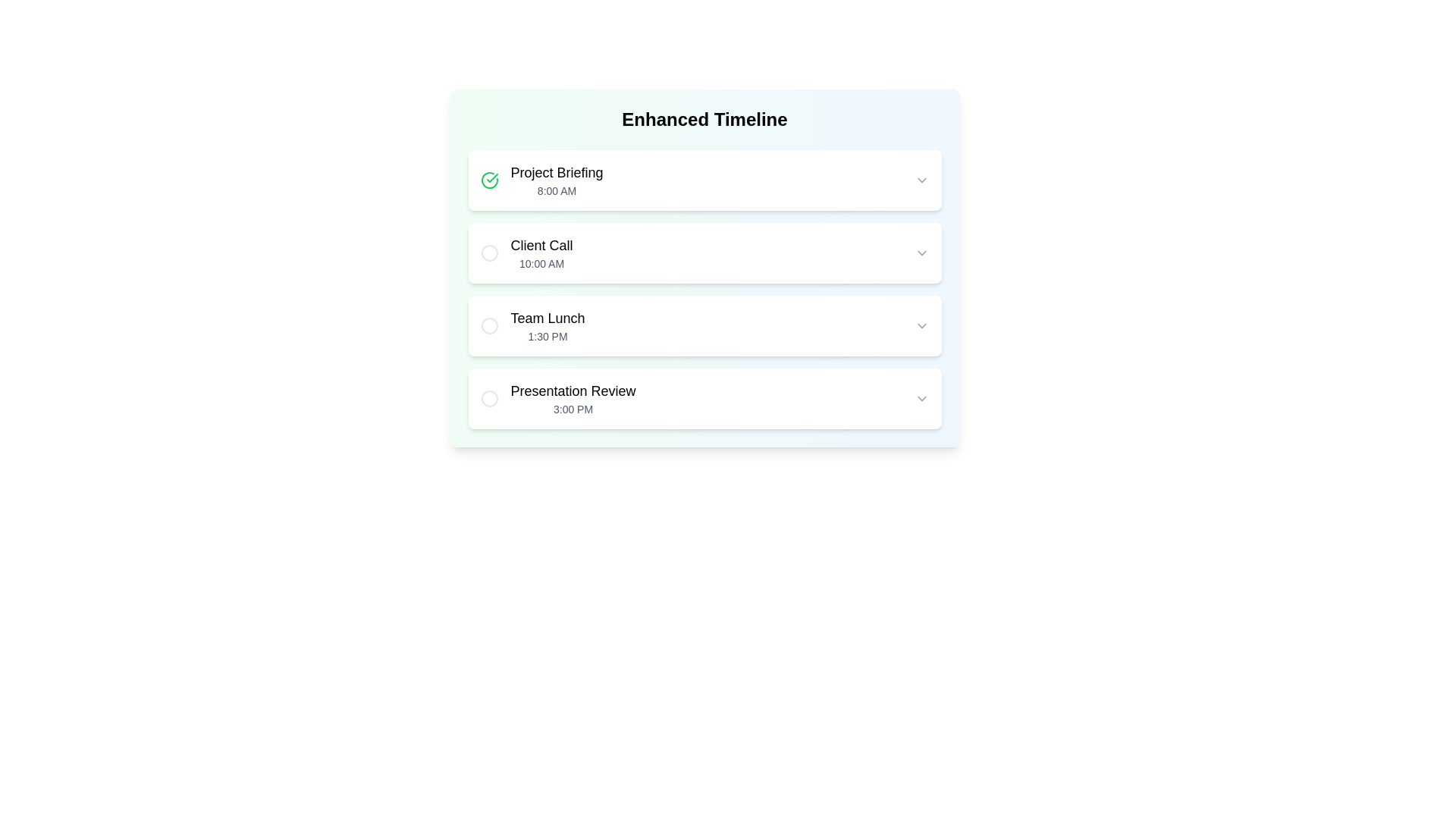 This screenshot has width=1456, height=819. I want to click on the status indicator located to the left of the 'Presentation Review' title and '3:00 PM' time in the list of events, so click(489, 397).